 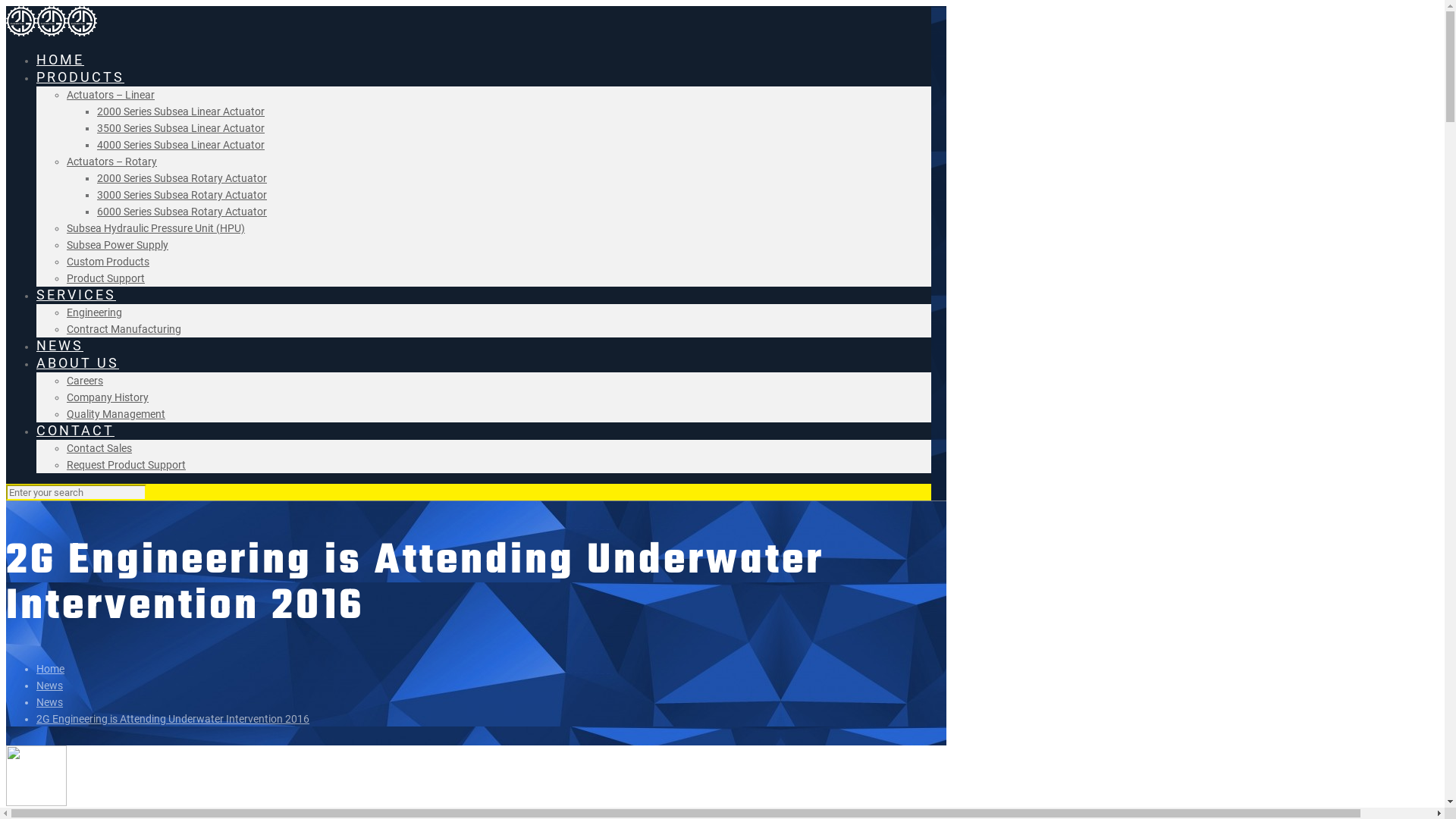 What do you see at coordinates (75, 294) in the screenshot?
I see `'SERVICES'` at bounding box center [75, 294].